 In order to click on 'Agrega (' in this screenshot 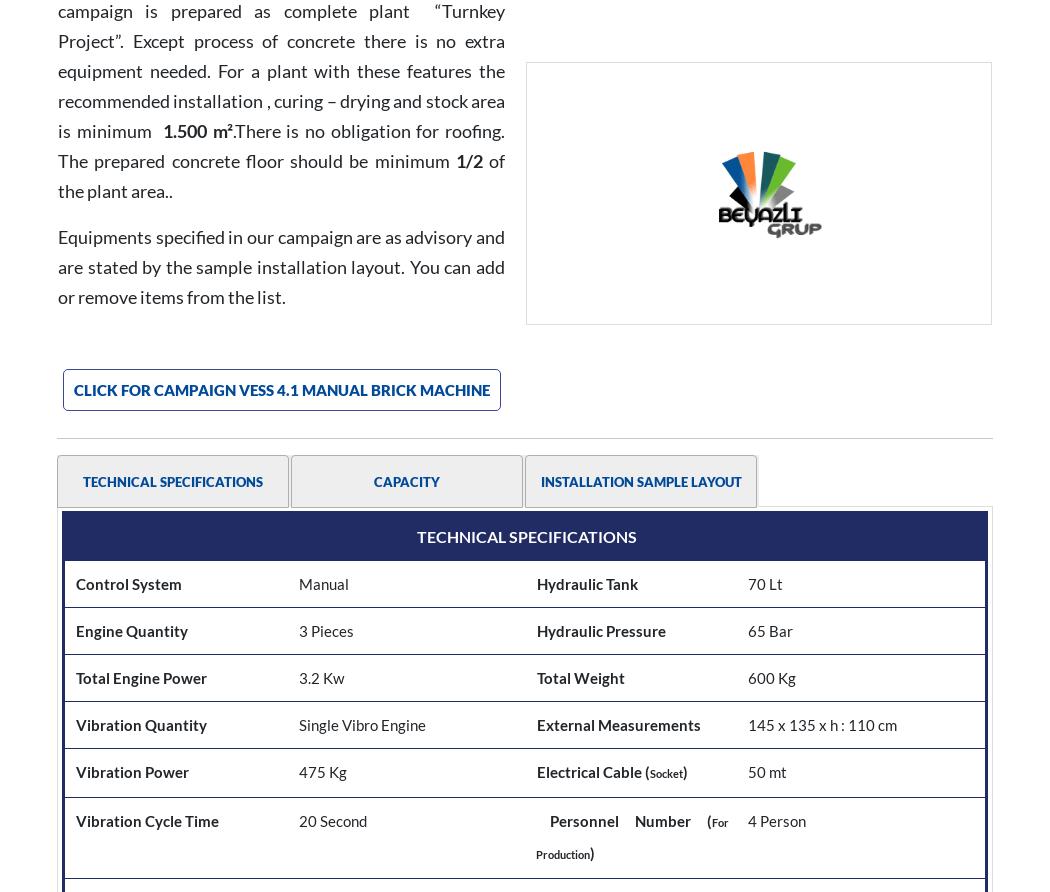, I will do `click(564, 339)`.